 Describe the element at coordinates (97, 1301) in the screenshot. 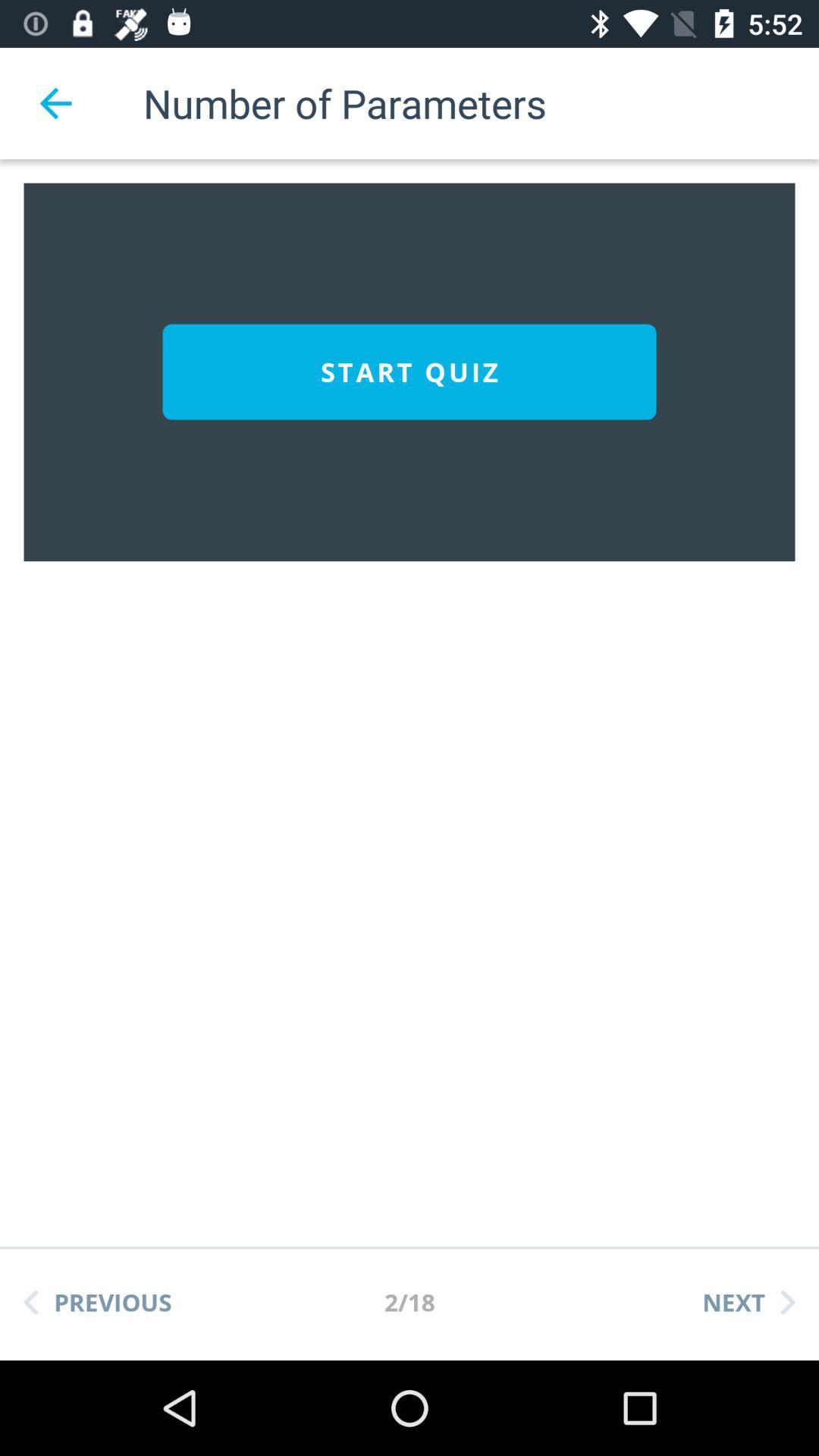

I see `the icon next to 2/18 item` at that location.